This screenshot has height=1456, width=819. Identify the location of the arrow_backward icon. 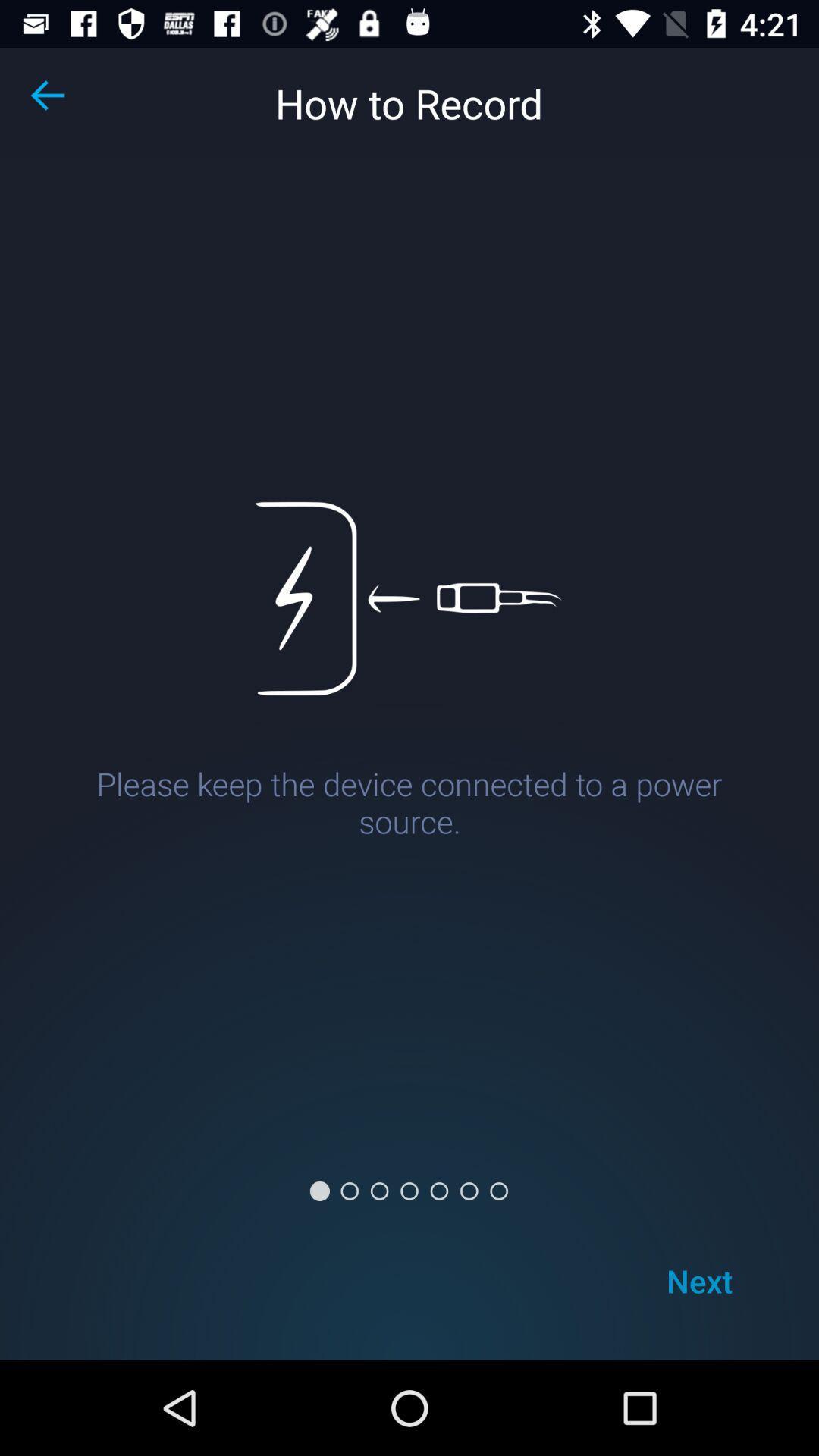
(46, 94).